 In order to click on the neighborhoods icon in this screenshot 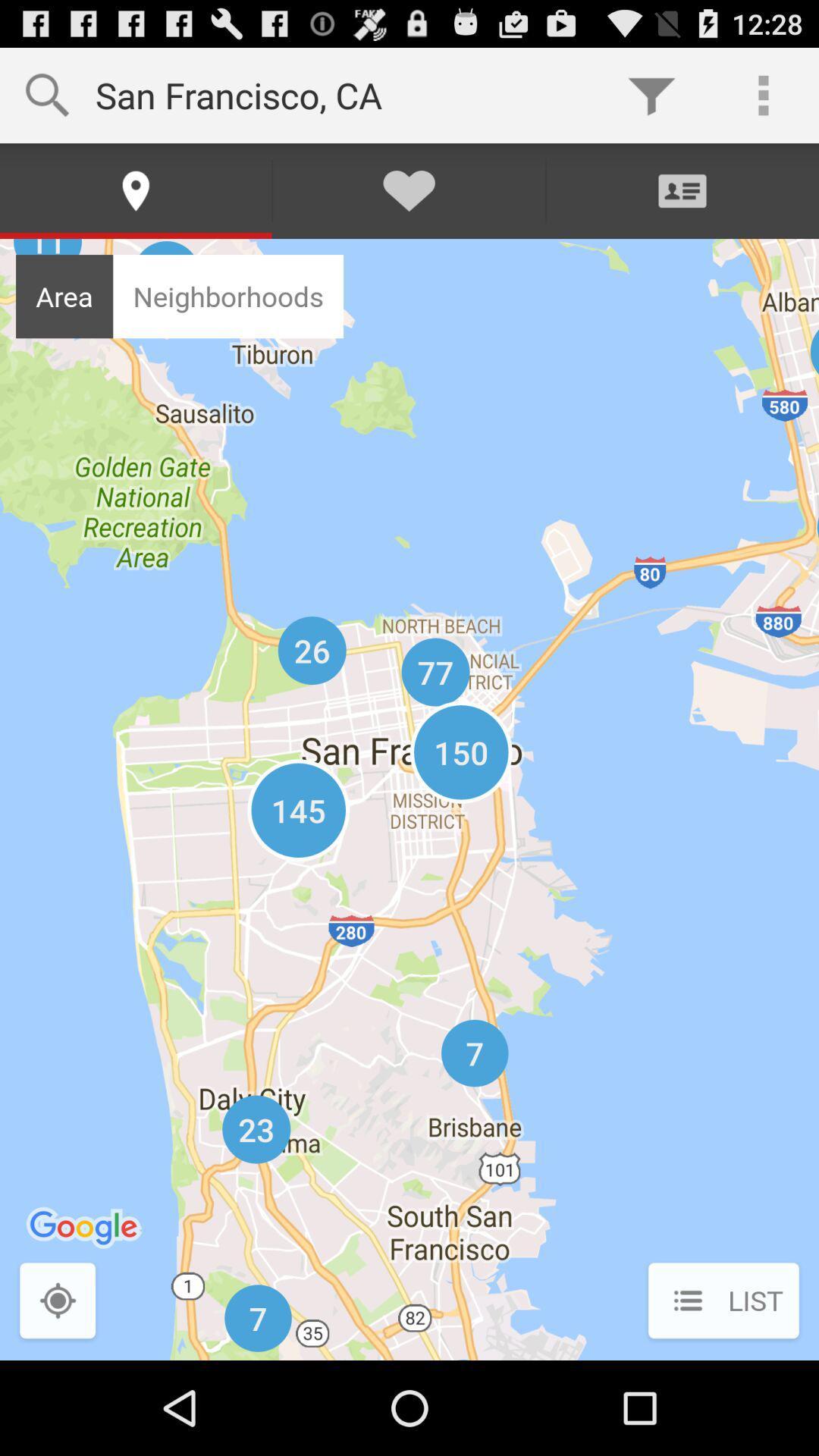, I will do `click(228, 297)`.